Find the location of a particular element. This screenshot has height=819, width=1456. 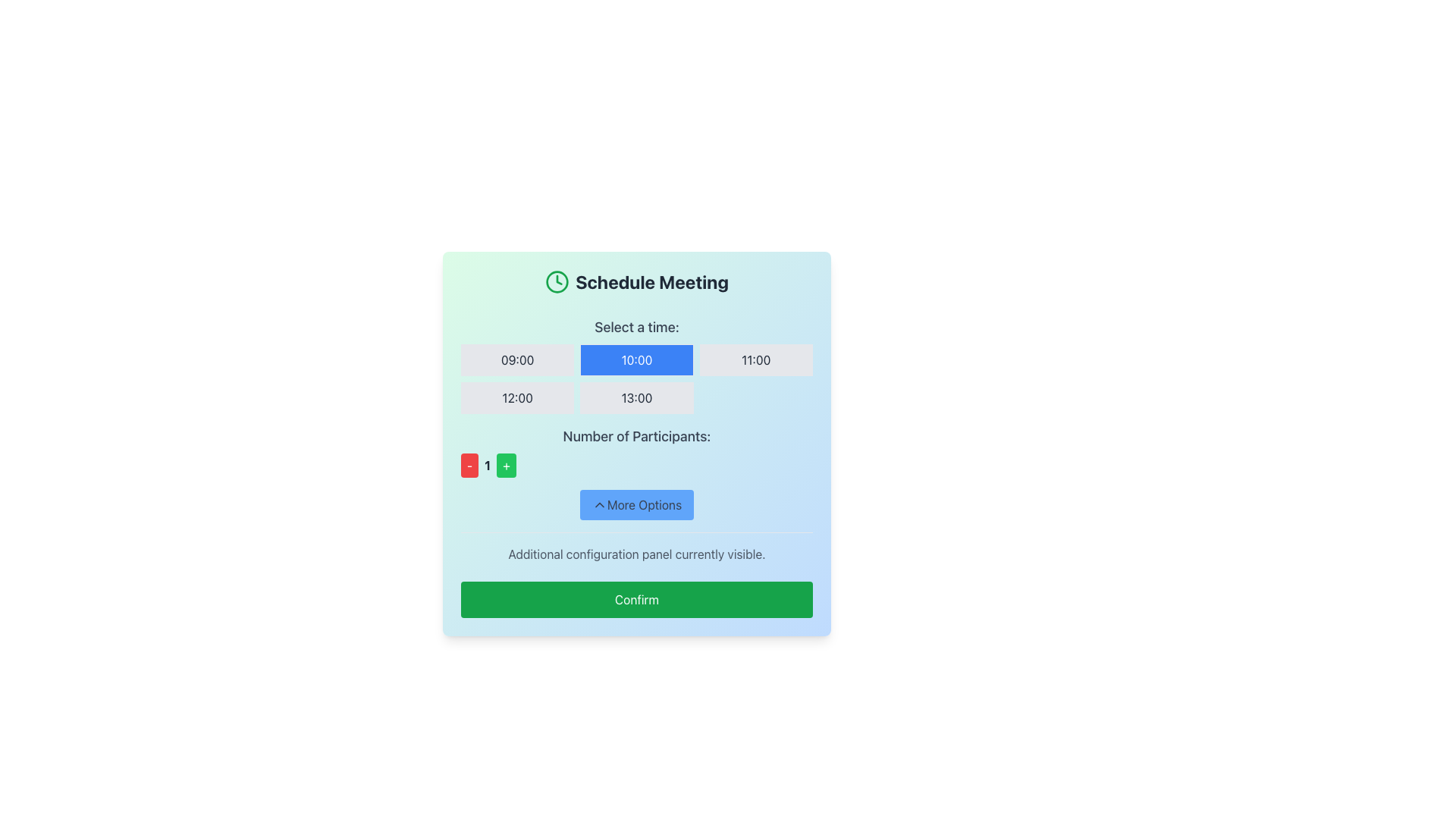

the circular icon component that represents part of the clock design, located to the left of the 'Schedule Meeting' heading is located at coordinates (557, 281).